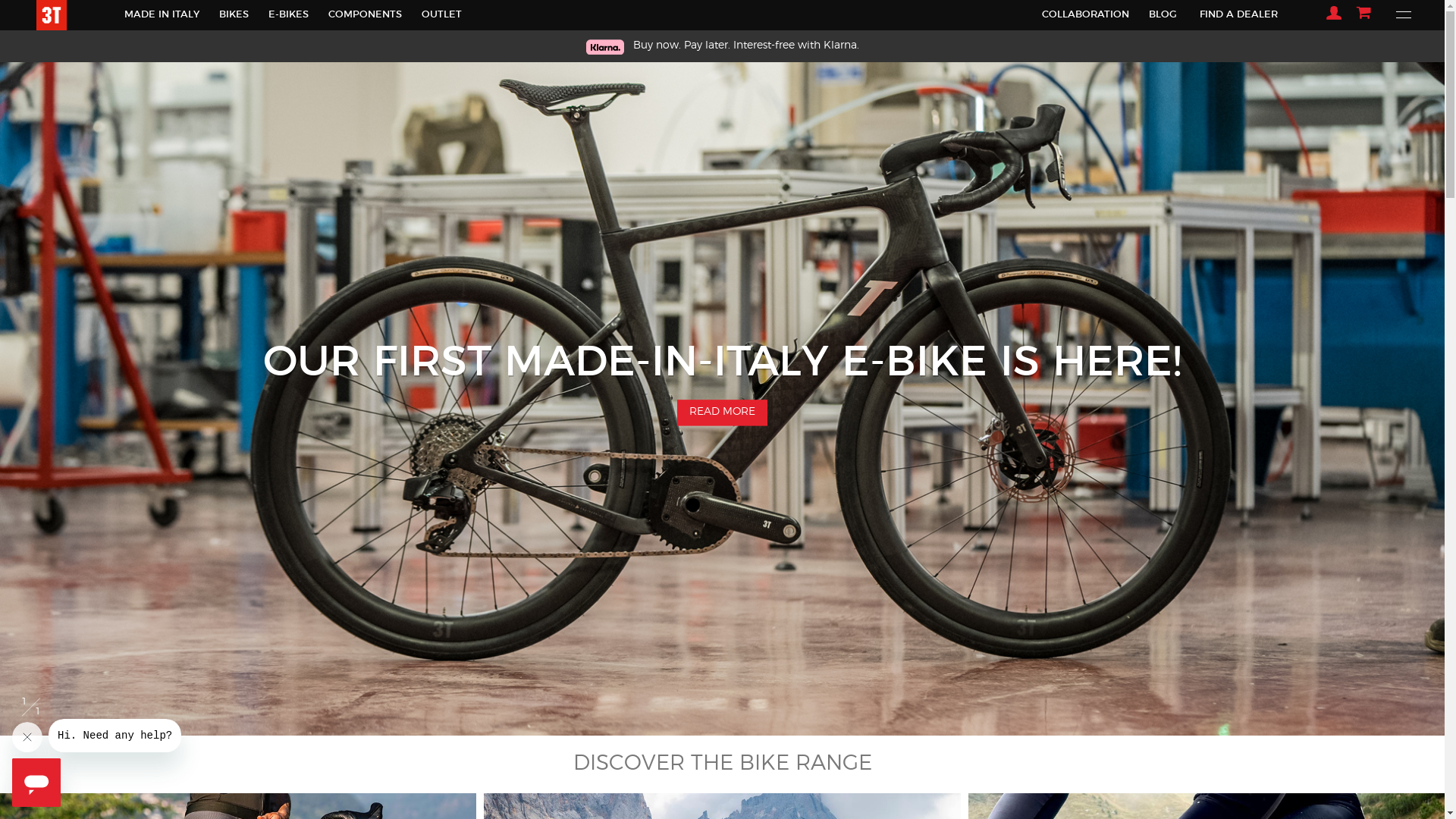 The width and height of the screenshot is (1456, 819). What do you see at coordinates (114, 734) in the screenshot?
I see `'Message from company'` at bounding box center [114, 734].